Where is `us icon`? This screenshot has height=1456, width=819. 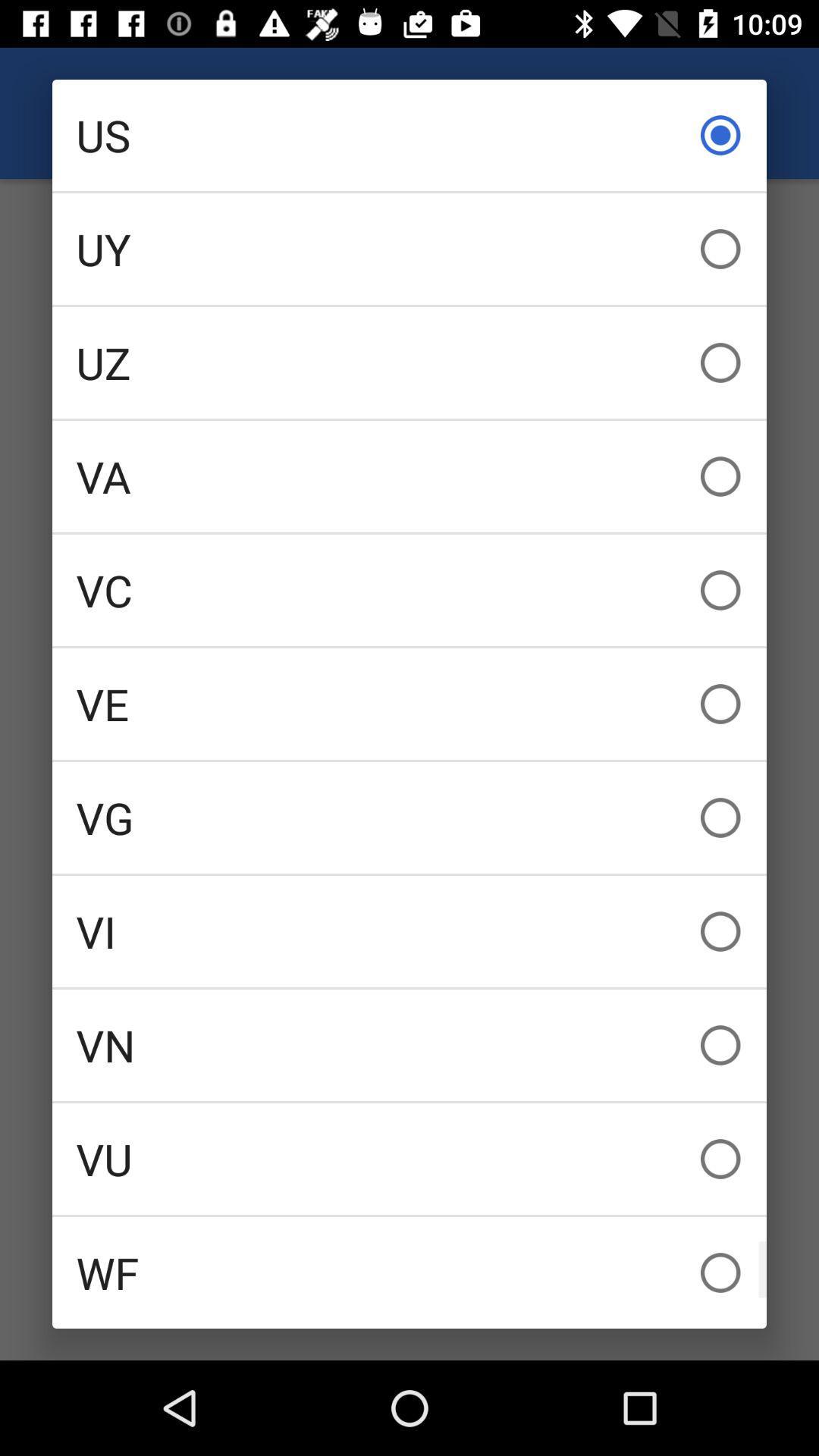
us icon is located at coordinates (409, 135).